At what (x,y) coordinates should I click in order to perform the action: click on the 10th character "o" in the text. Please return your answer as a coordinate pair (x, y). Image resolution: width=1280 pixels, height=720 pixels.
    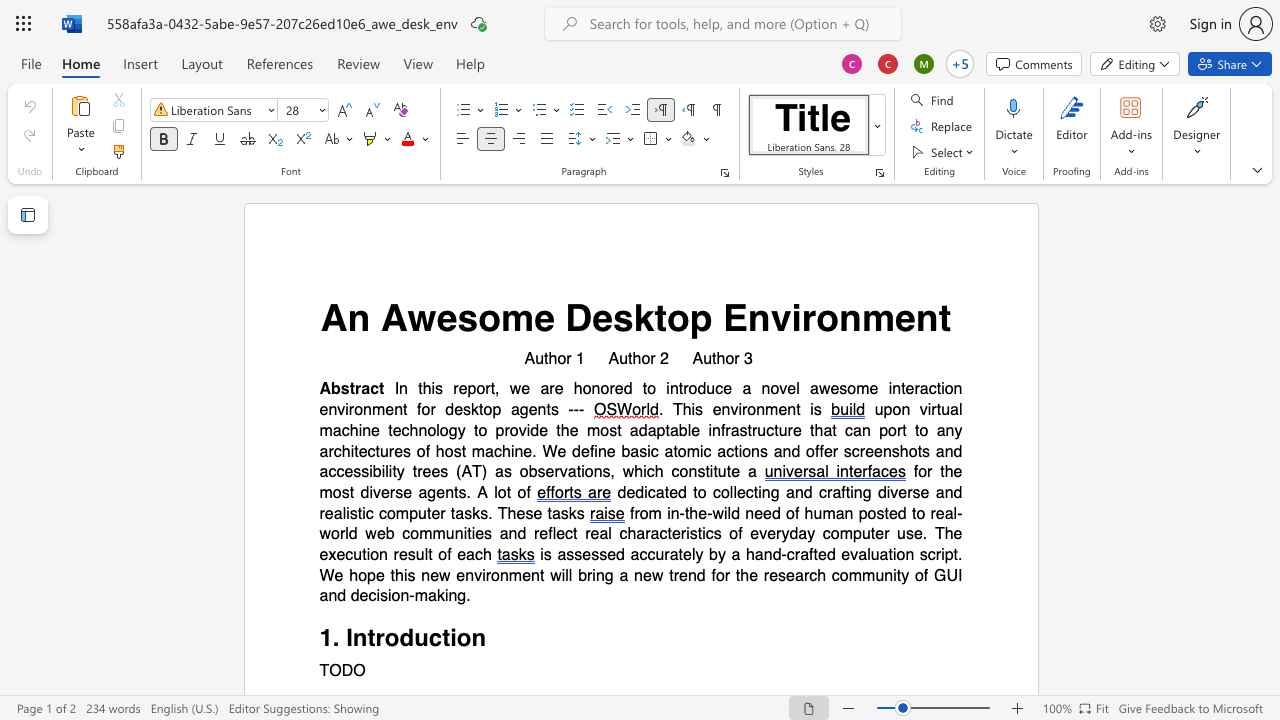
    Looking at the image, I should click on (424, 409).